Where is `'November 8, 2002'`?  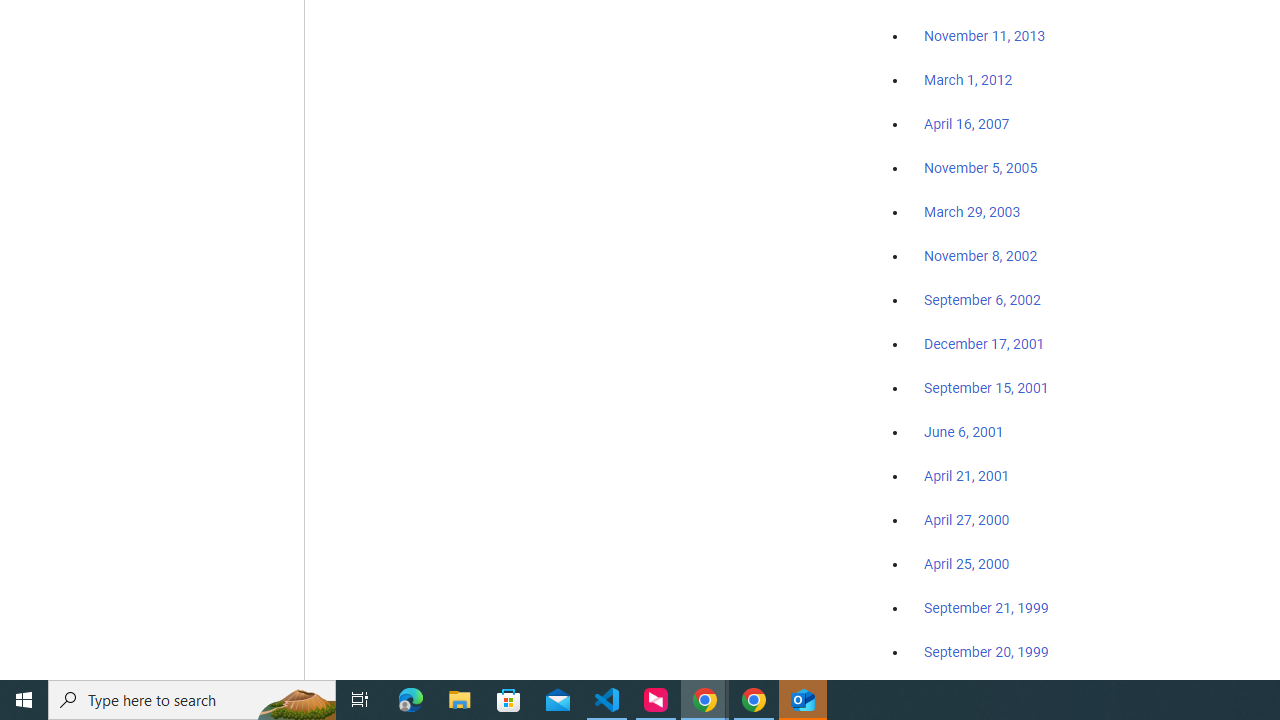 'November 8, 2002' is located at coordinates (981, 255).